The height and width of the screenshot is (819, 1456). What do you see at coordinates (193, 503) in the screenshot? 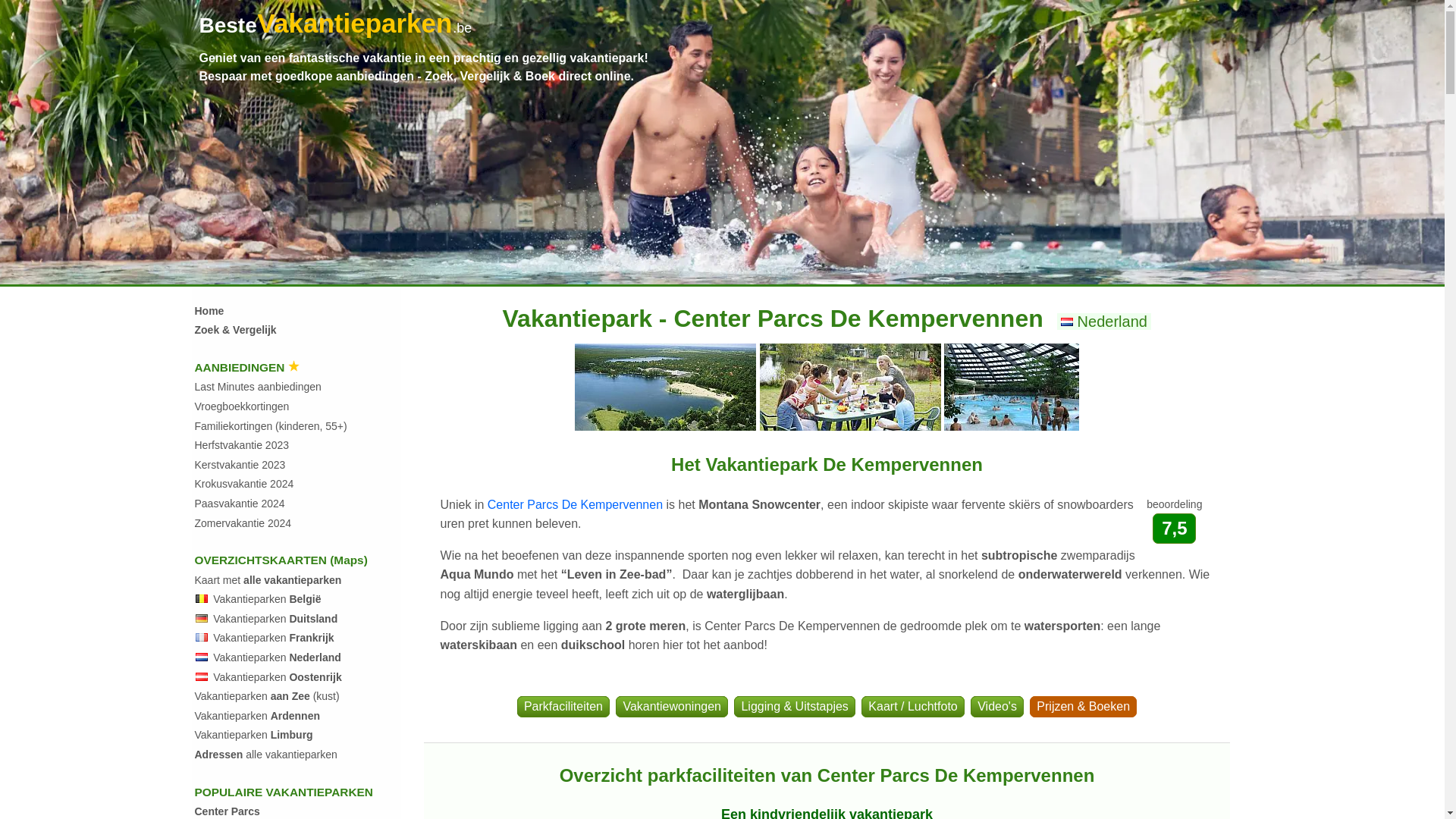
I see `'Paasvakantie 2024'` at bounding box center [193, 503].